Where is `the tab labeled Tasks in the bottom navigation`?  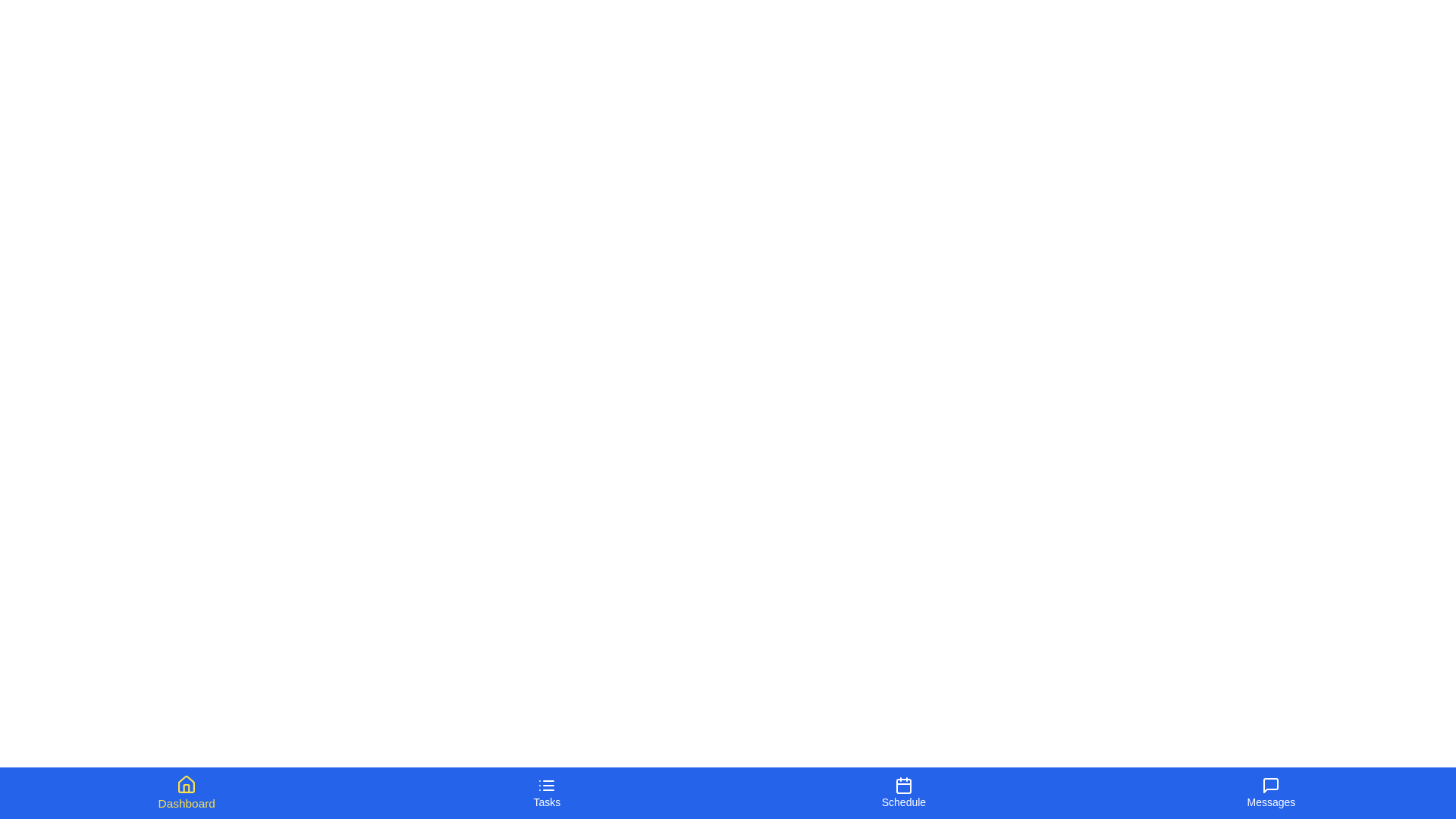 the tab labeled Tasks in the bottom navigation is located at coordinates (546, 792).